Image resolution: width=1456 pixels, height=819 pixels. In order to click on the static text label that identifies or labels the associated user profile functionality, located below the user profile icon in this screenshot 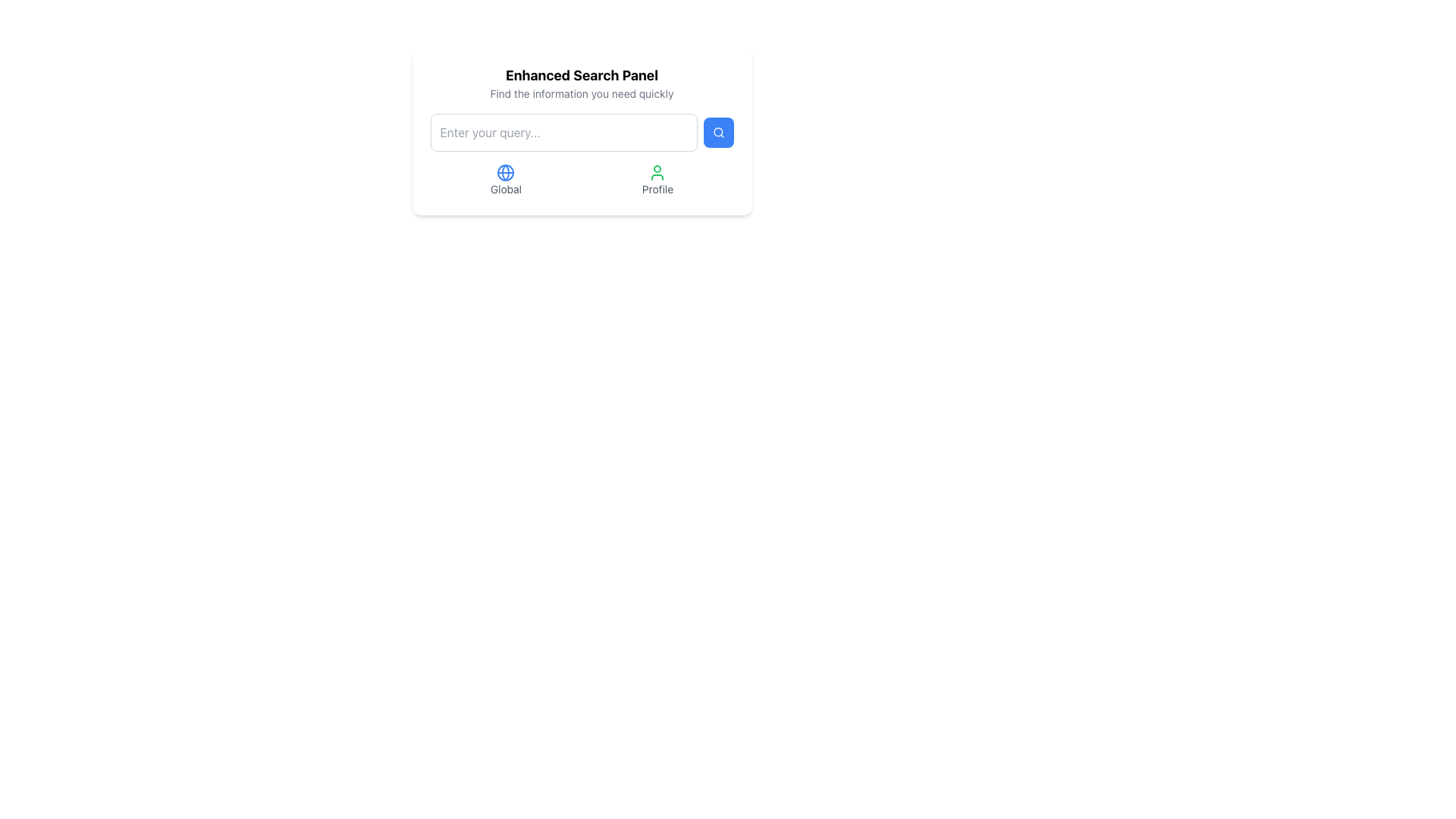, I will do `click(657, 189)`.